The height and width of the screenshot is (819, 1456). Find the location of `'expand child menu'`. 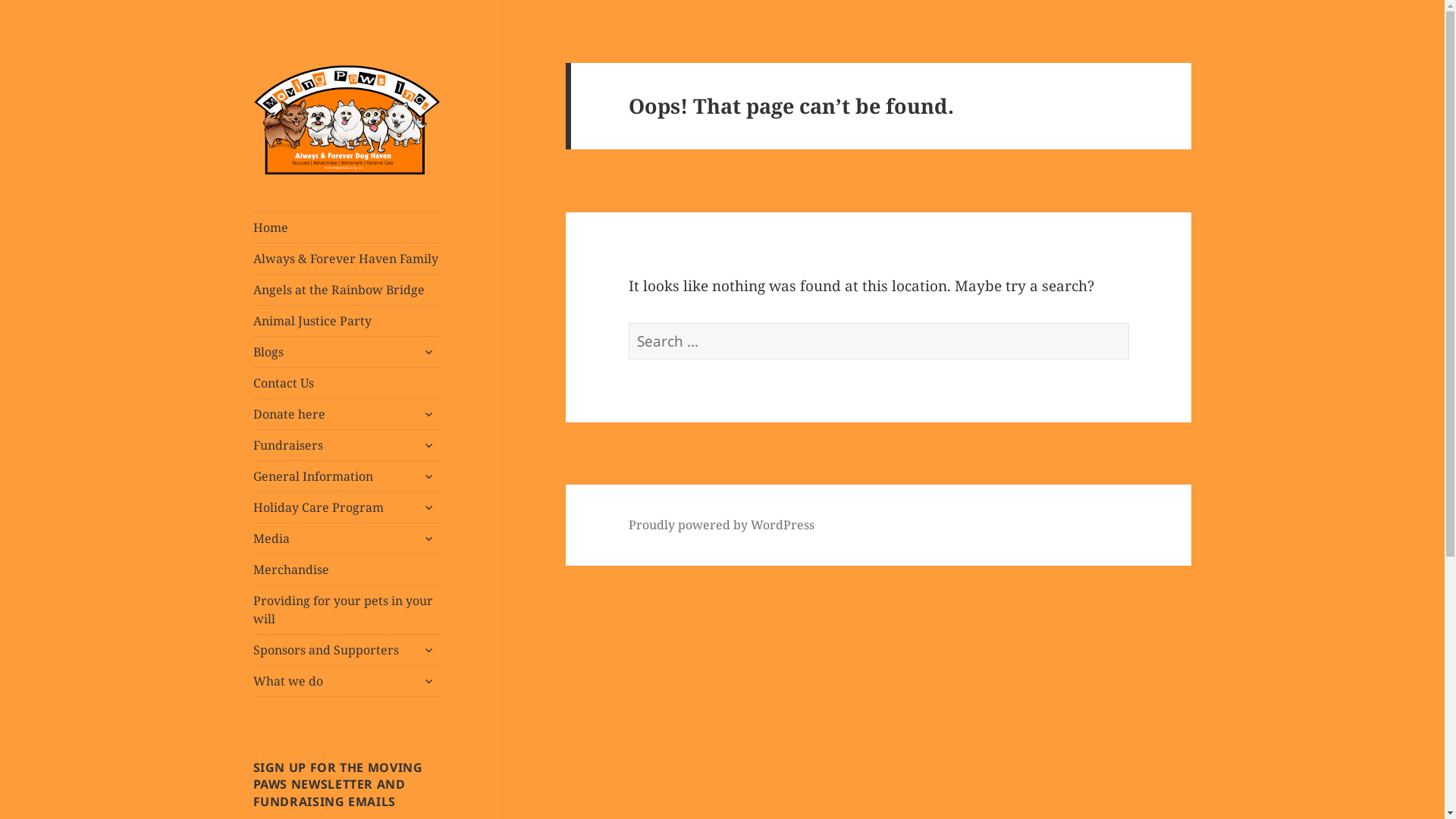

'expand child menu' is located at coordinates (416, 444).